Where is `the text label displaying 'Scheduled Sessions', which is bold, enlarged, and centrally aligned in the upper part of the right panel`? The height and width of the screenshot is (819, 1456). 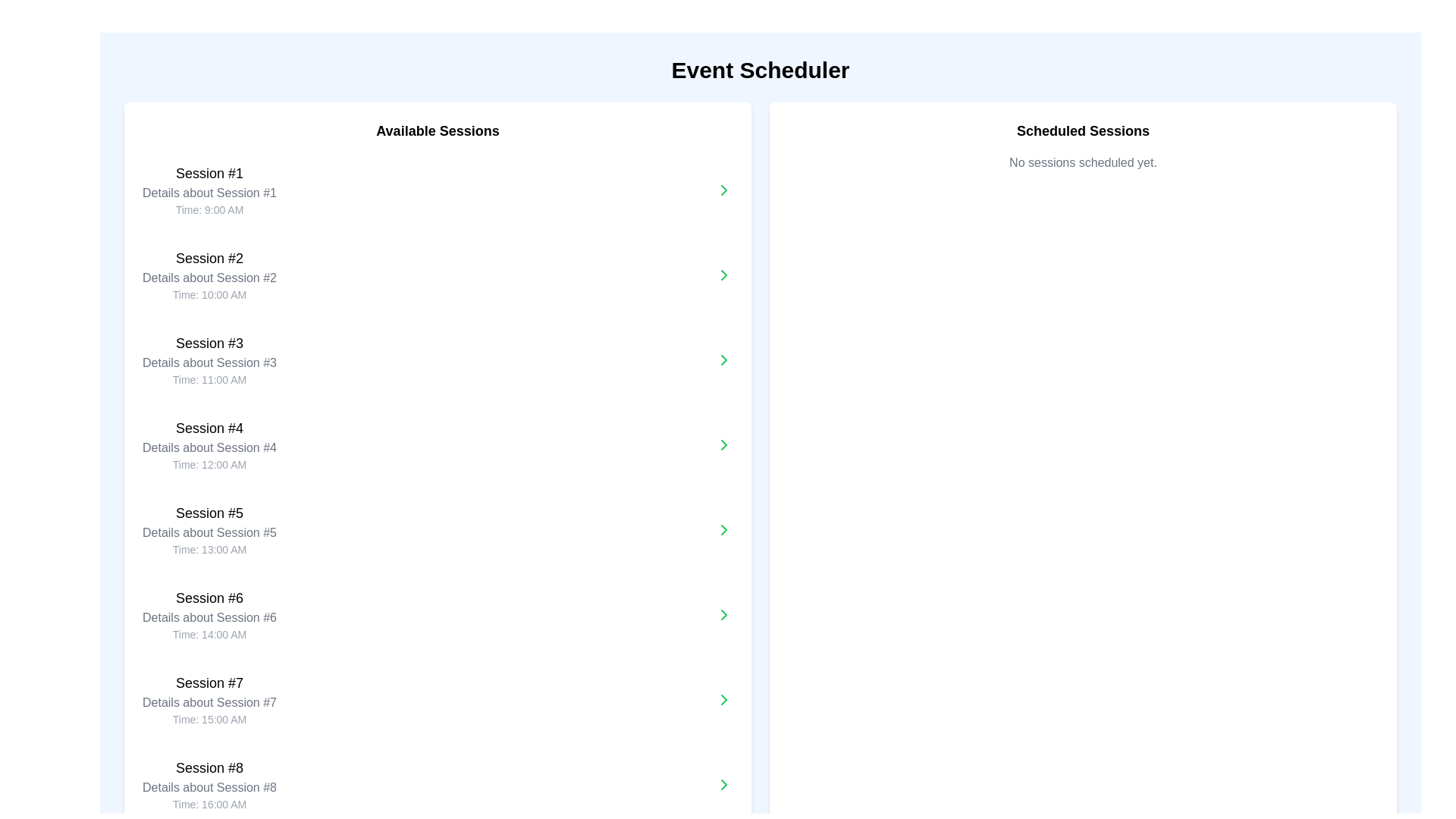 the text label displaying 'Scheduled Sessions', which is bold, enlarged, and centrally aligned in the upper part of the right panel is located at coordinates (1082, 130).